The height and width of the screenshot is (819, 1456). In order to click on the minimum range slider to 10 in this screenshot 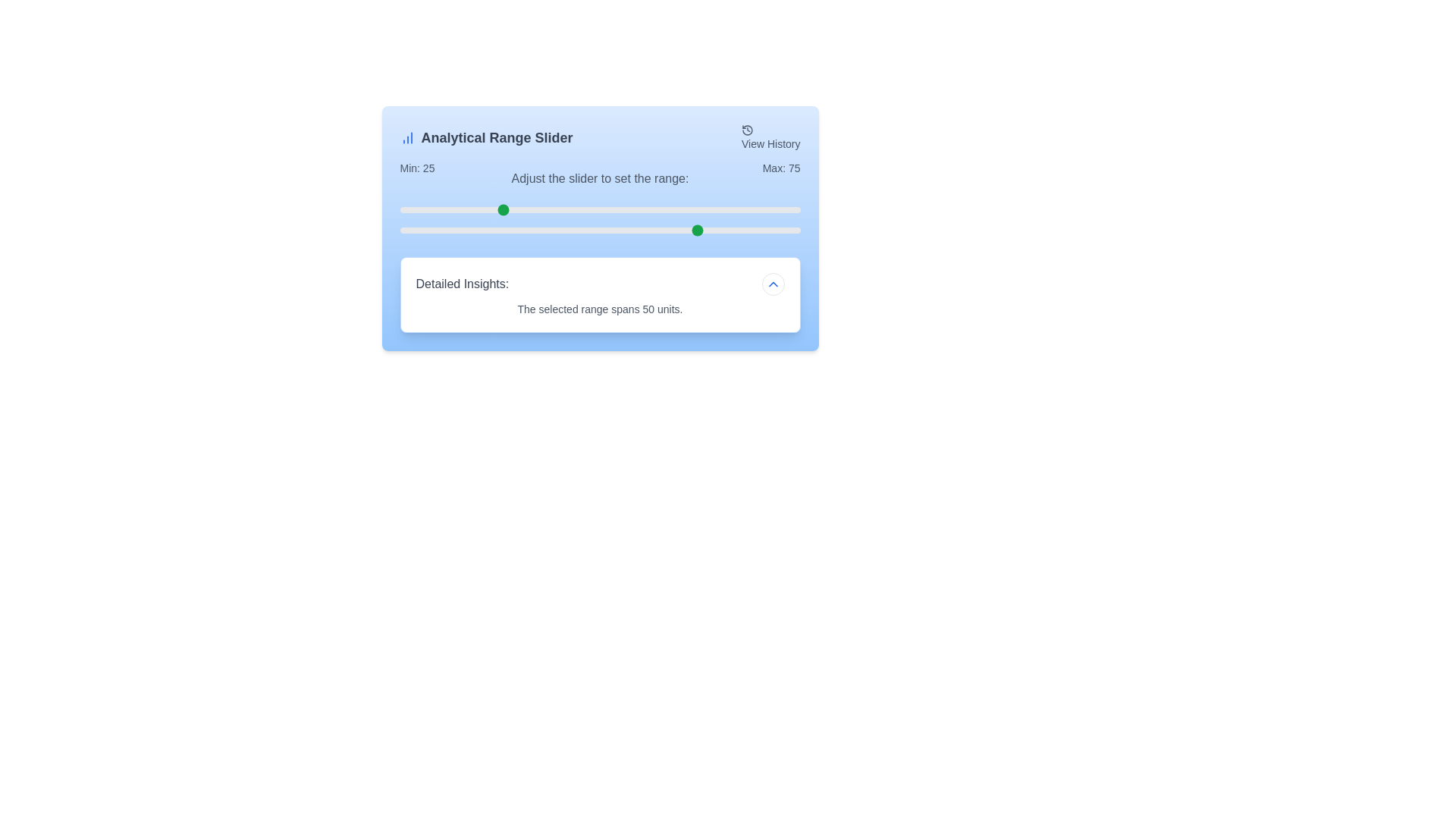, I will do `click(439, 210)`.